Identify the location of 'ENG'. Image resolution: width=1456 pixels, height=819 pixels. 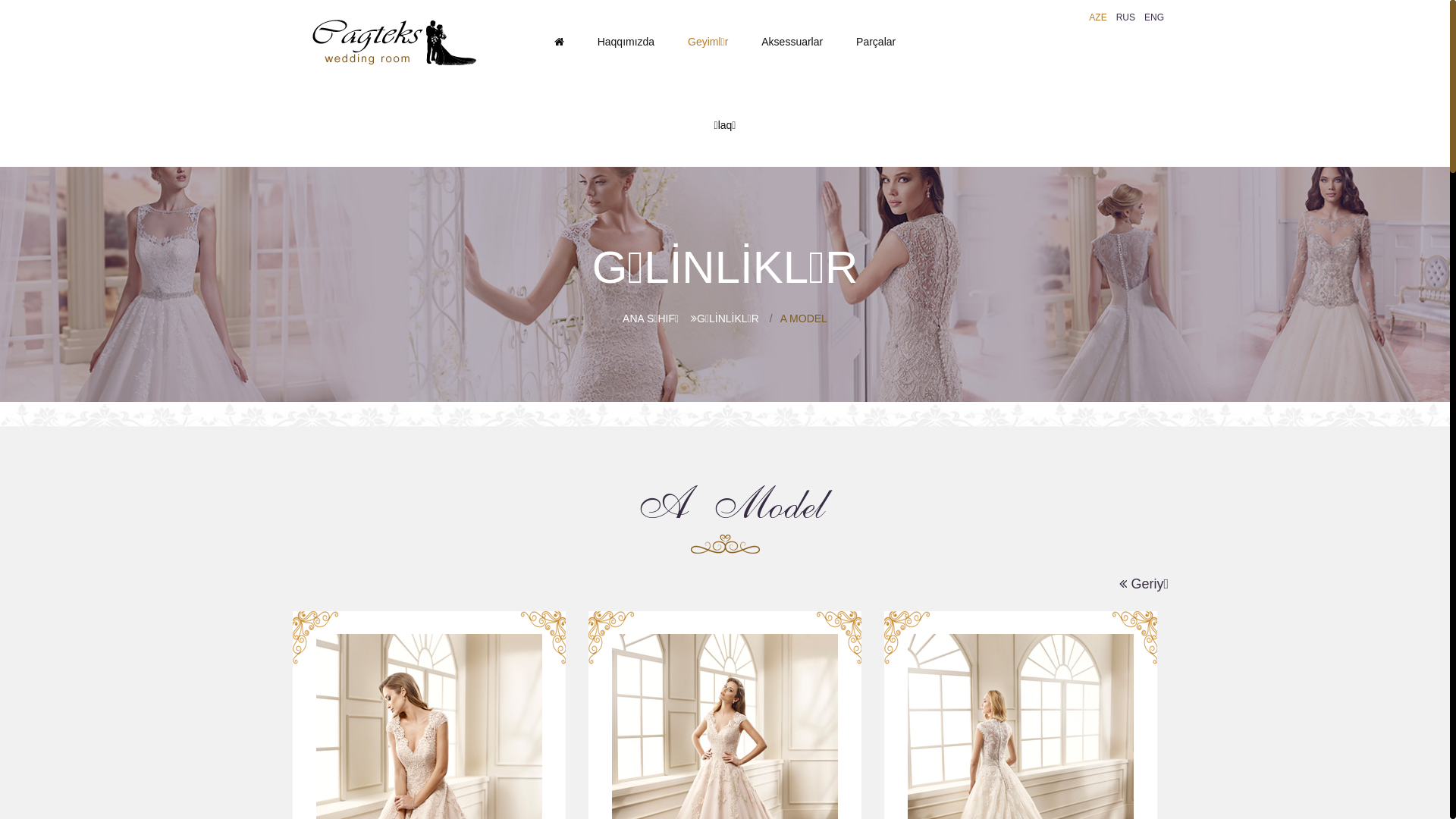
(1139, 17).